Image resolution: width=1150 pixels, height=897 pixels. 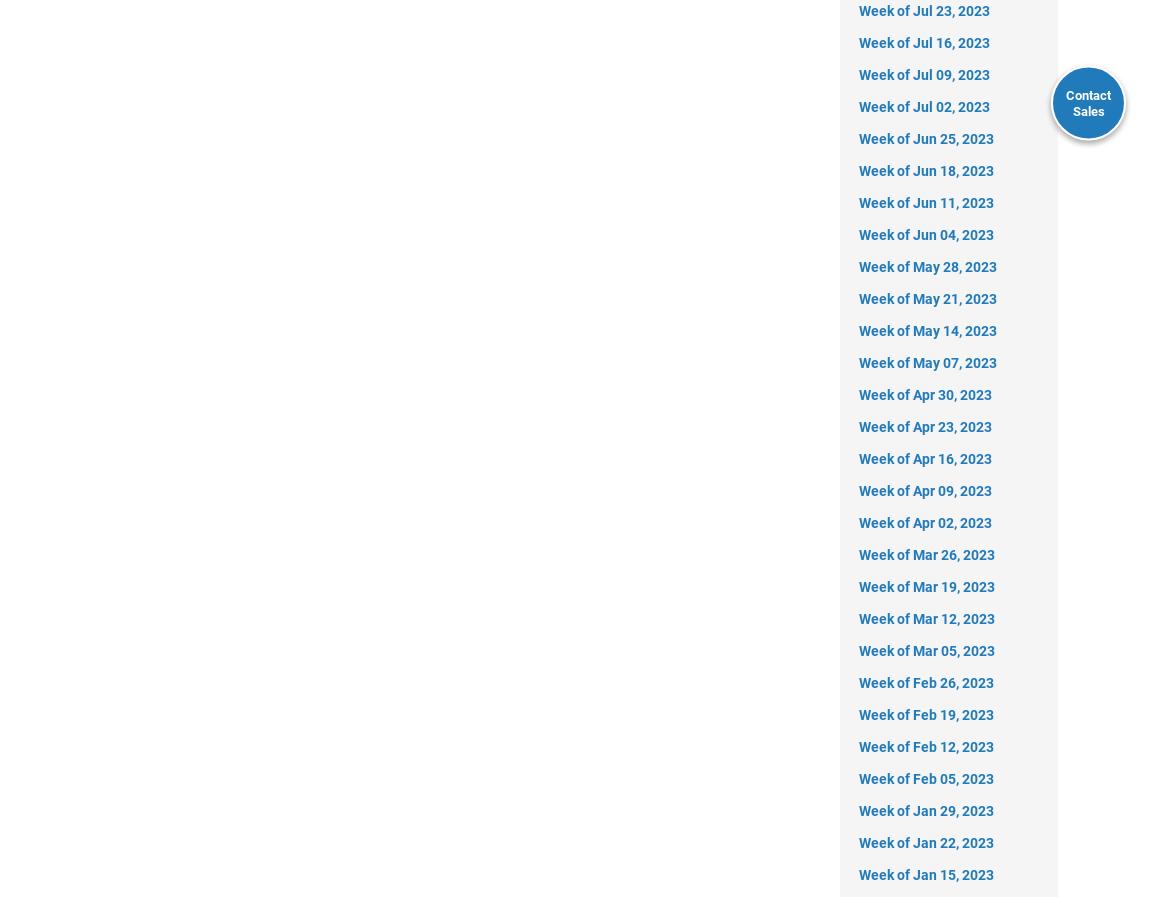 What do you see at coordinates (927, 618) in the screenshot?
I see `'Week of Mar 12, 2023'` at bounding box center [927, 618].